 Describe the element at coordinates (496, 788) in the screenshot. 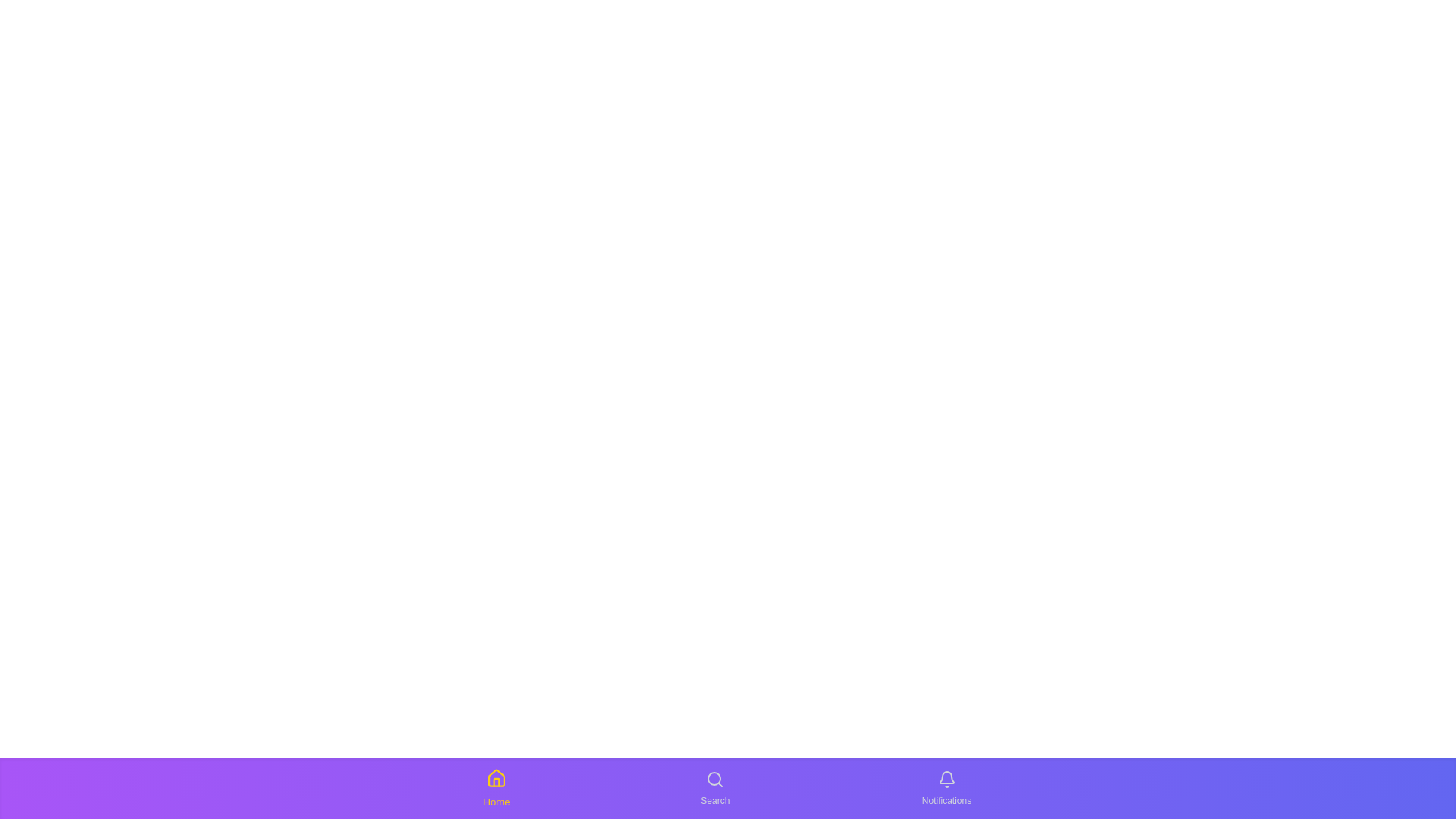

I see `the Home tab to switch to it` at that location.